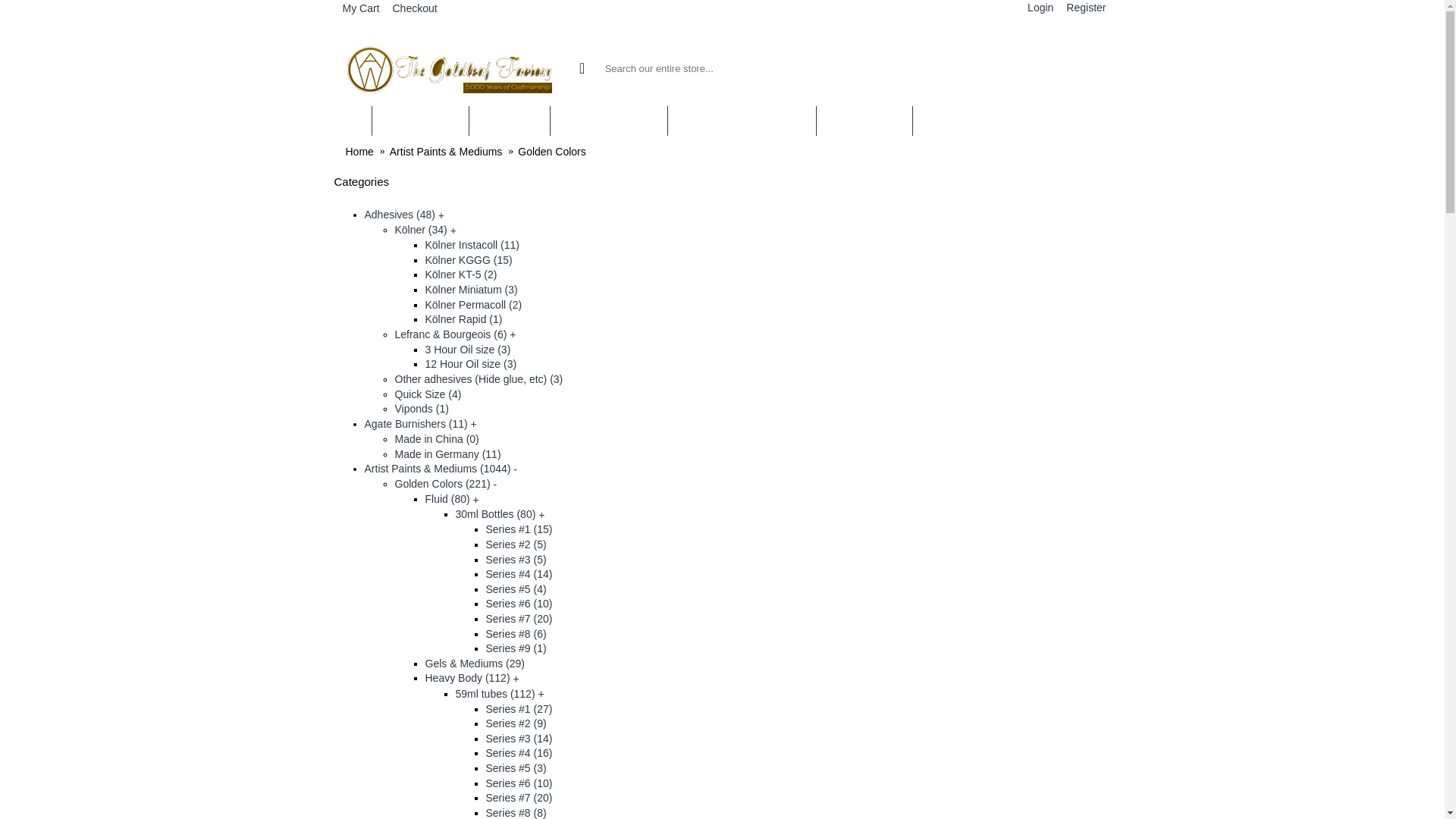 The height and width of the screenshot is (819, 1456). What do you see at coordinates (1037, 8) in the screenshot?
I see `'Login'` at bounding box center [1037, 8].